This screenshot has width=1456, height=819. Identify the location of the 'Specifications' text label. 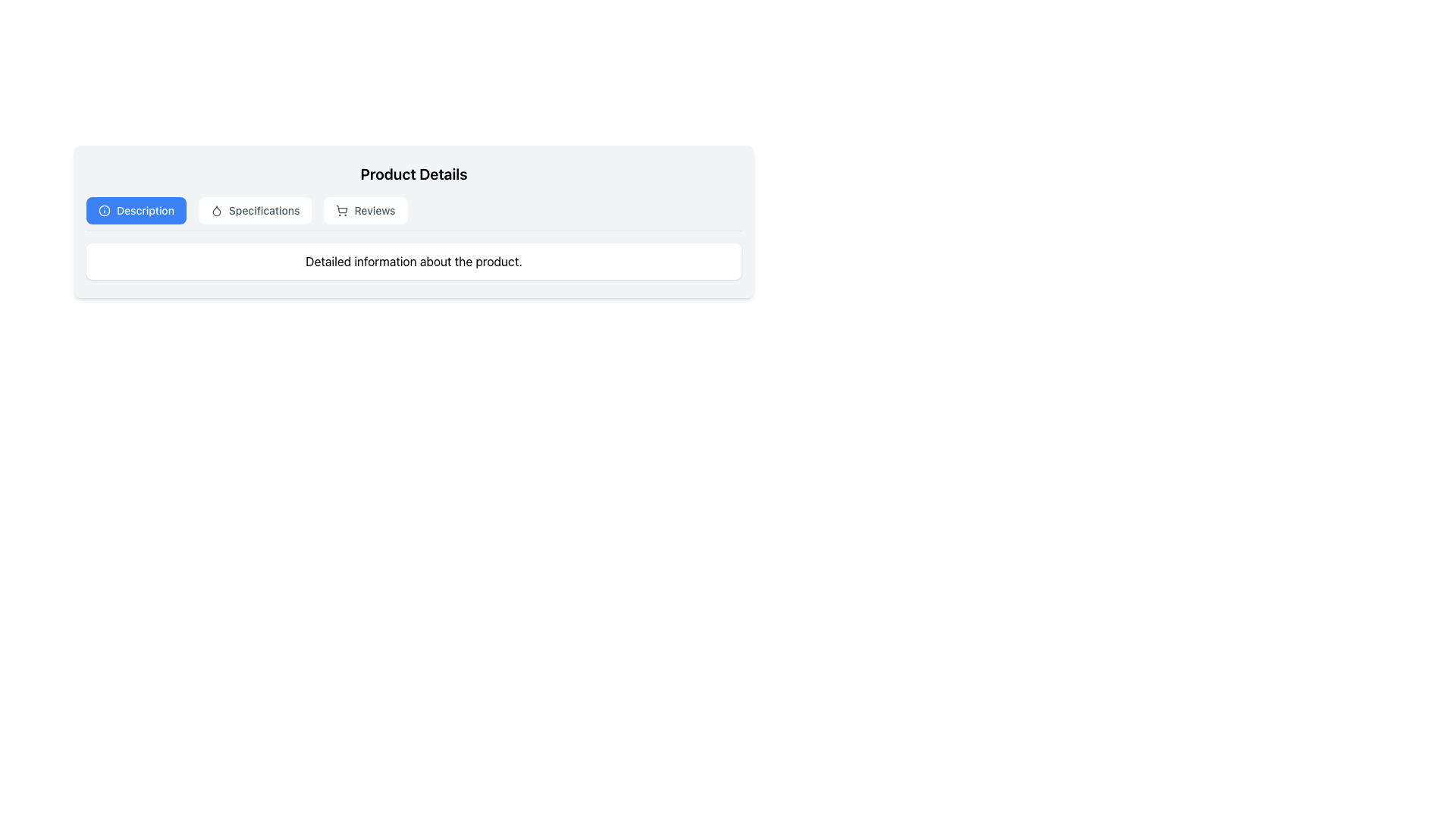
(264, 210).